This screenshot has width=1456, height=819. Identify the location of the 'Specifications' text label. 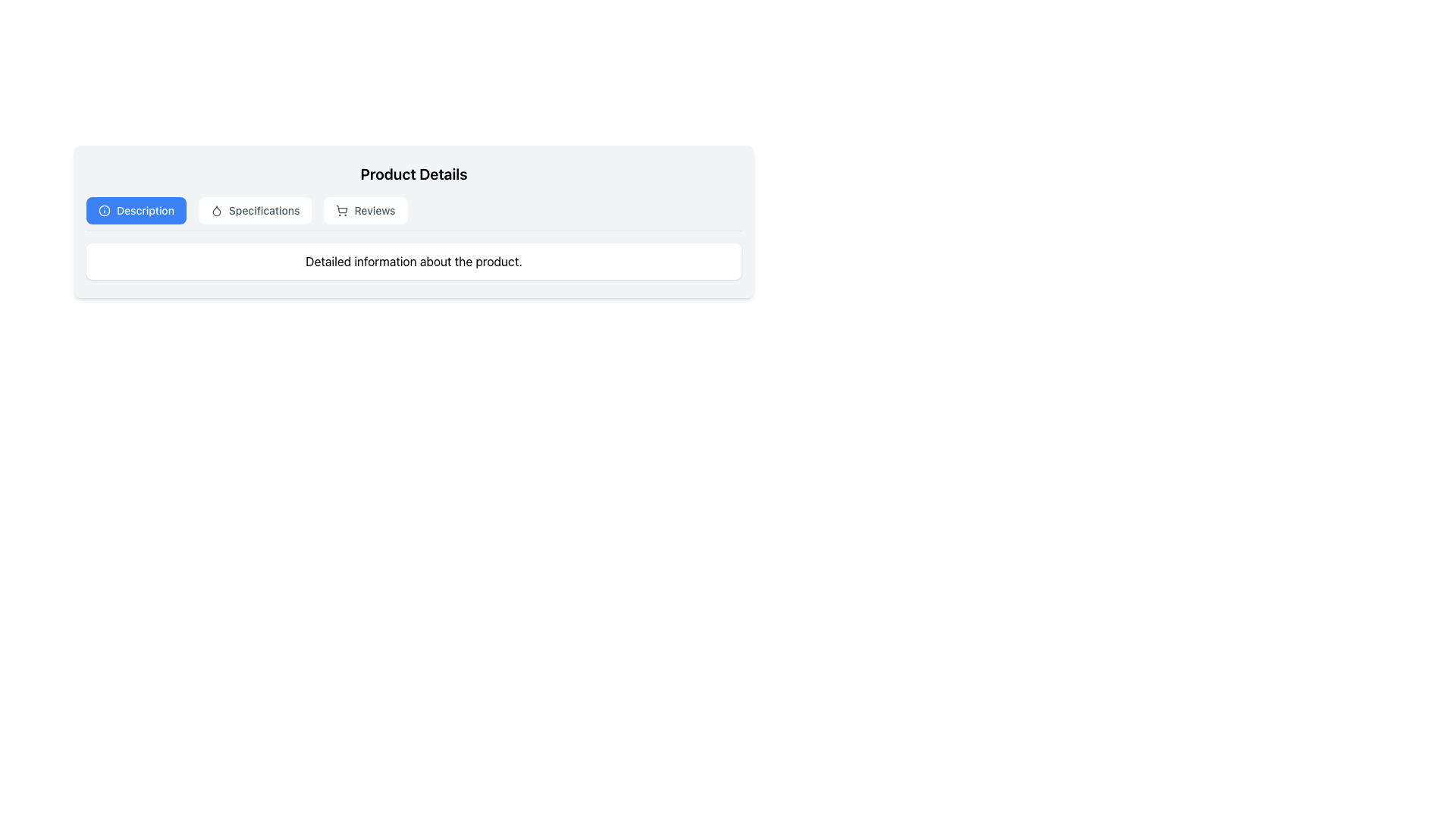
(264, 210).